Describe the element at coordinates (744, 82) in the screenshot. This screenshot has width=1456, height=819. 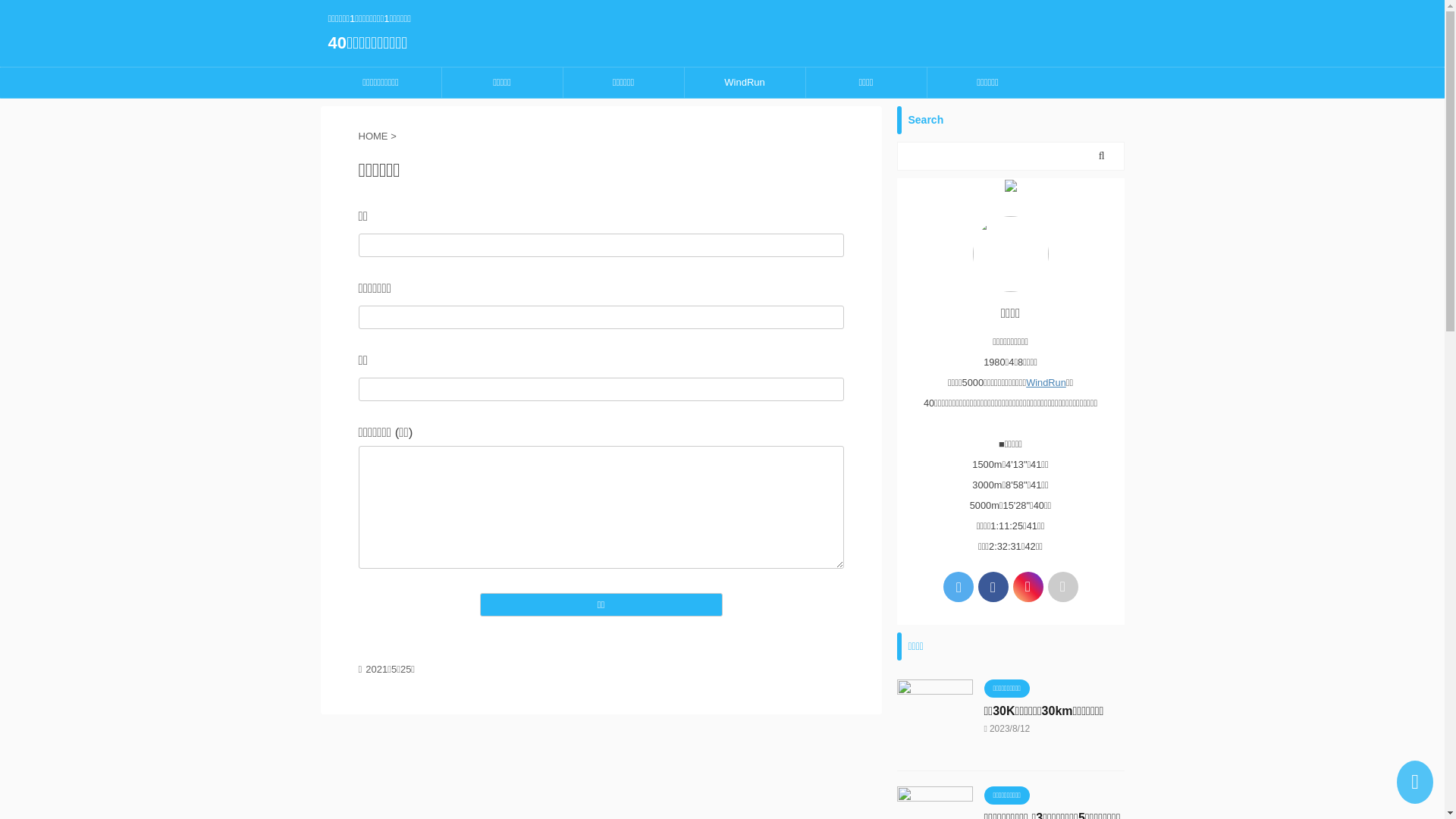
I see `'WindRun'` at that location.